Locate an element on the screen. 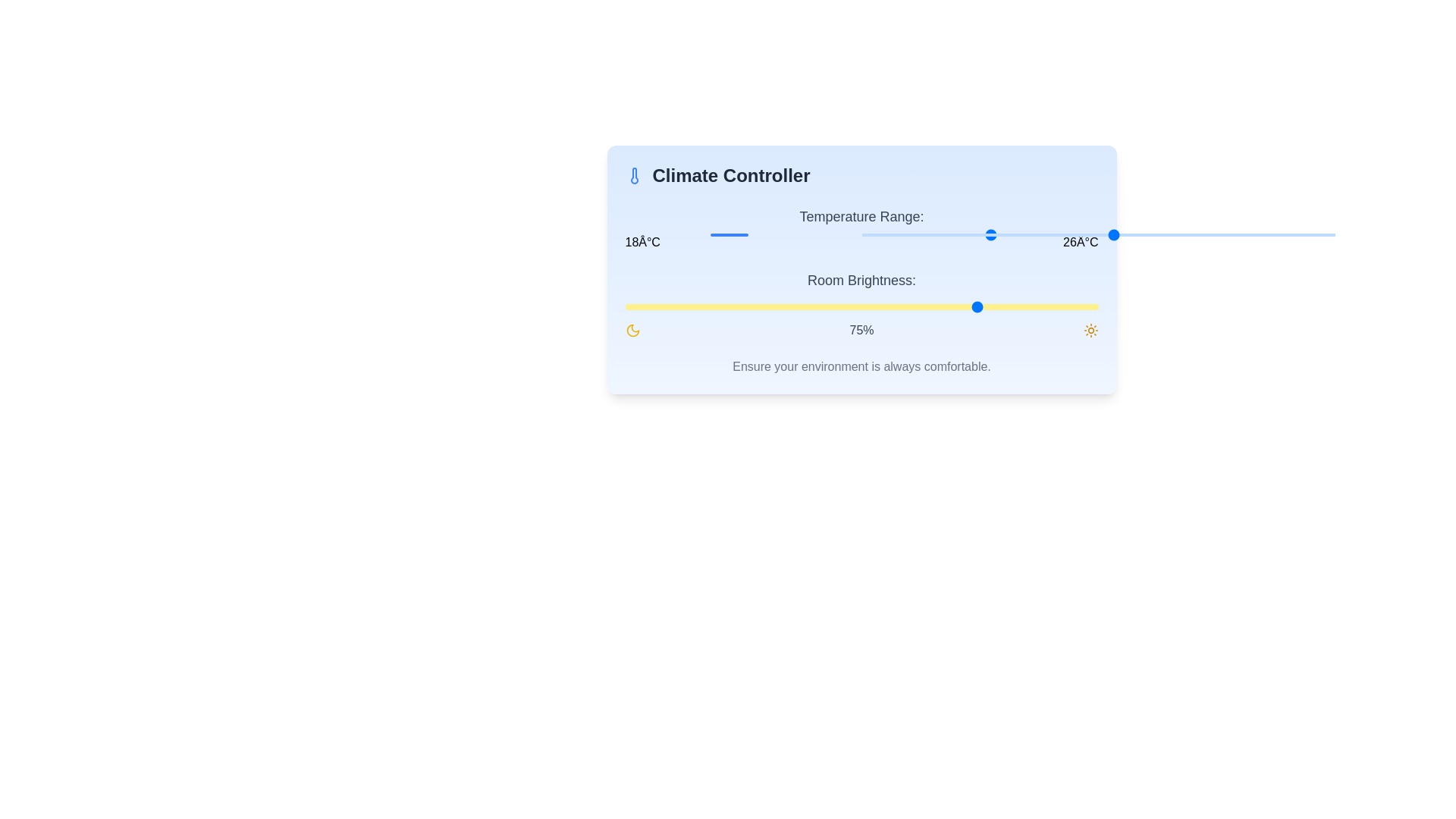  the room brightness is located at coordinates (639, 307).